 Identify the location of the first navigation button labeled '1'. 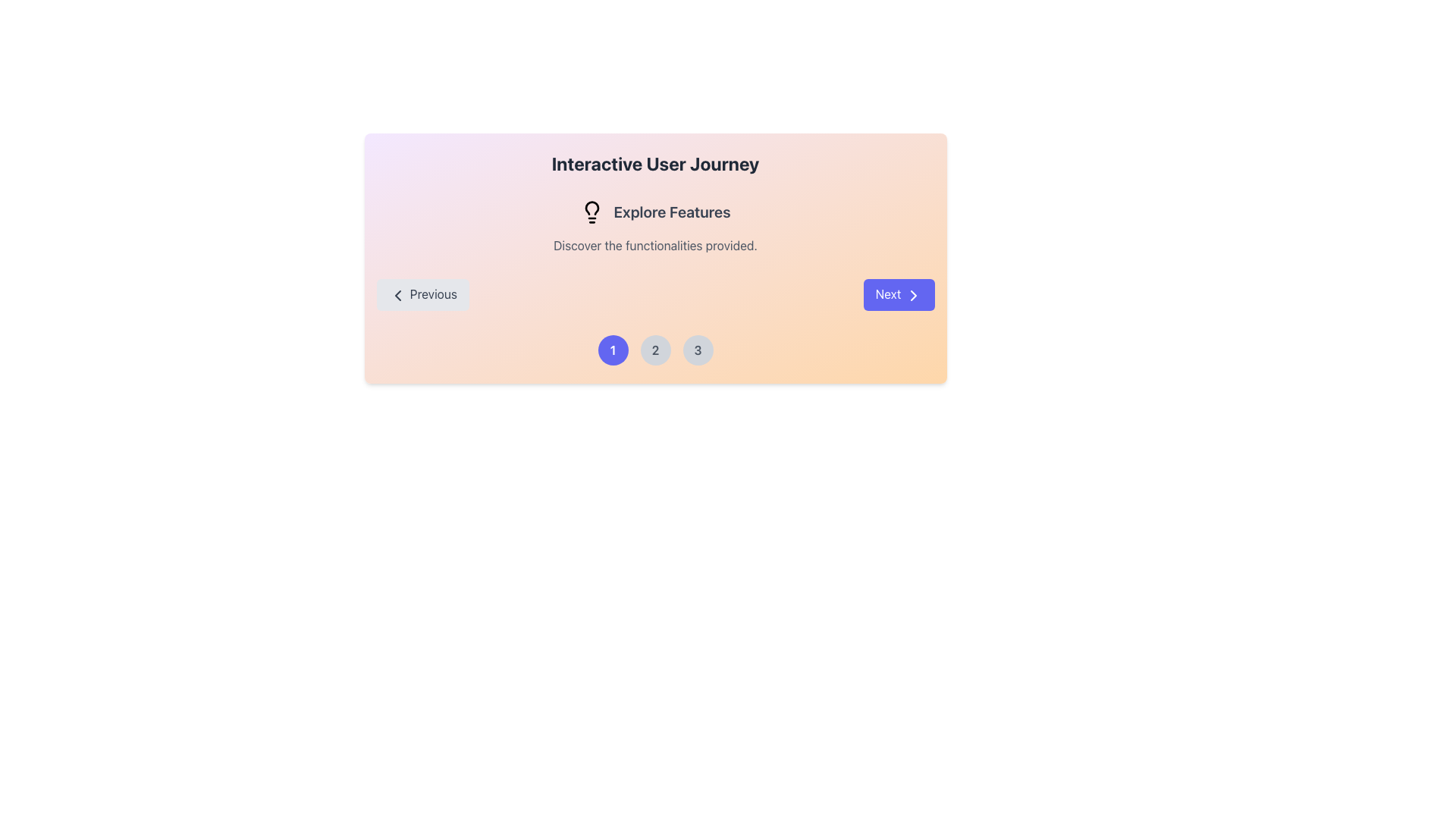
(613, 350).